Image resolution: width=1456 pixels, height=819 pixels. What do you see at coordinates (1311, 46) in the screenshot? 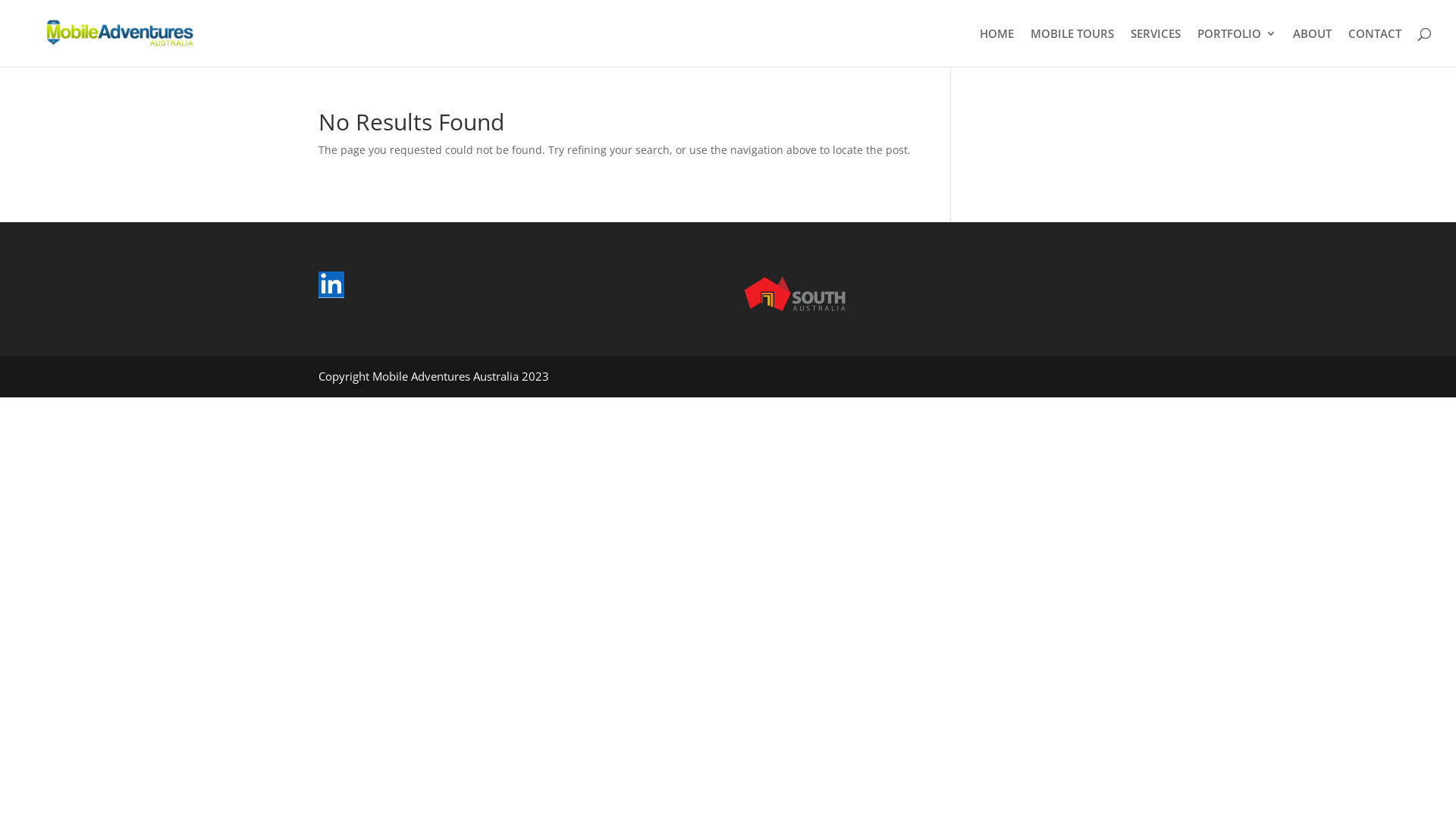
I see `'ABOUT'` at bounding box center [1311, 46].